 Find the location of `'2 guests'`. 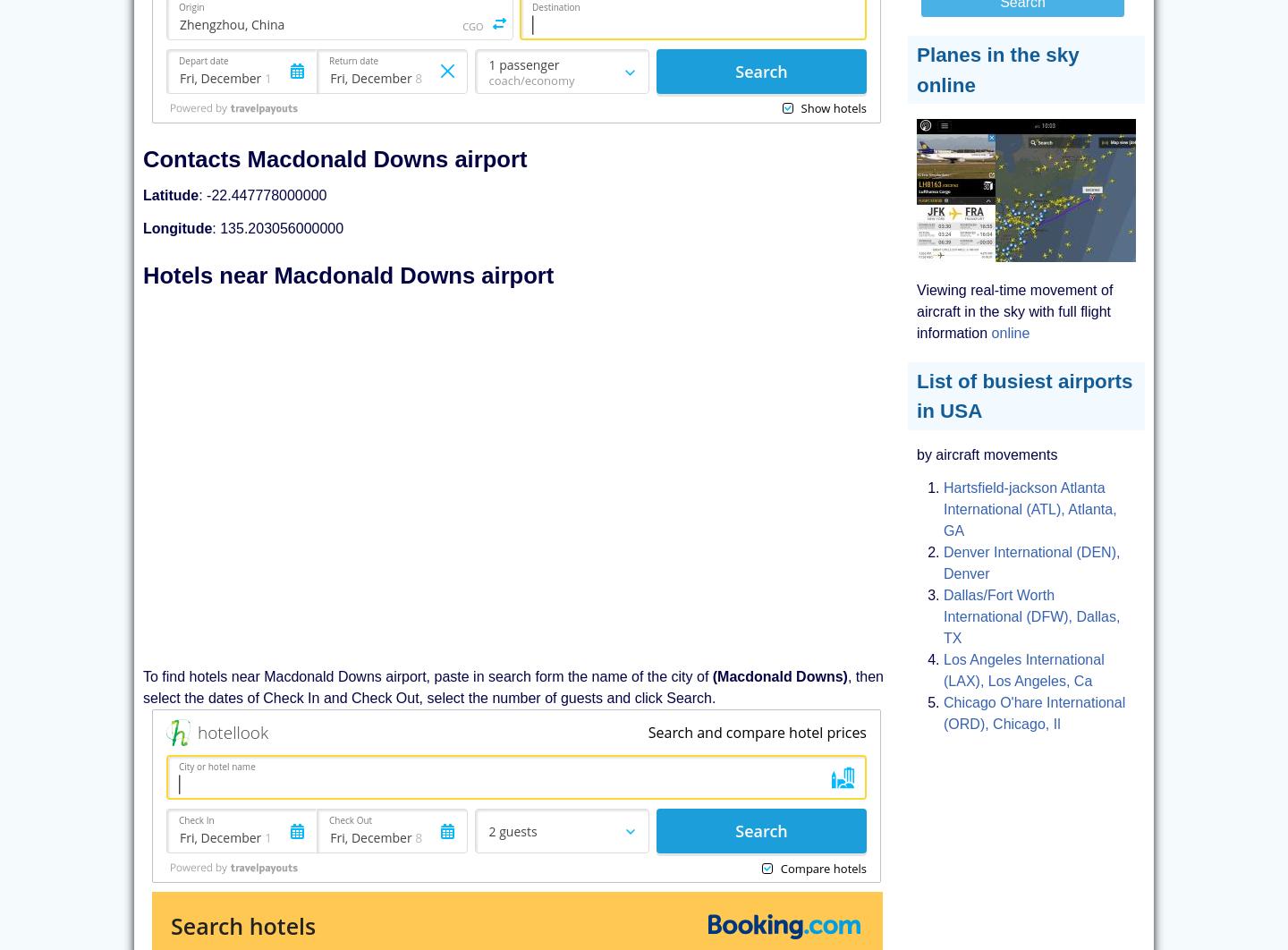

'2 guests' is located at coordinates (488, 830).